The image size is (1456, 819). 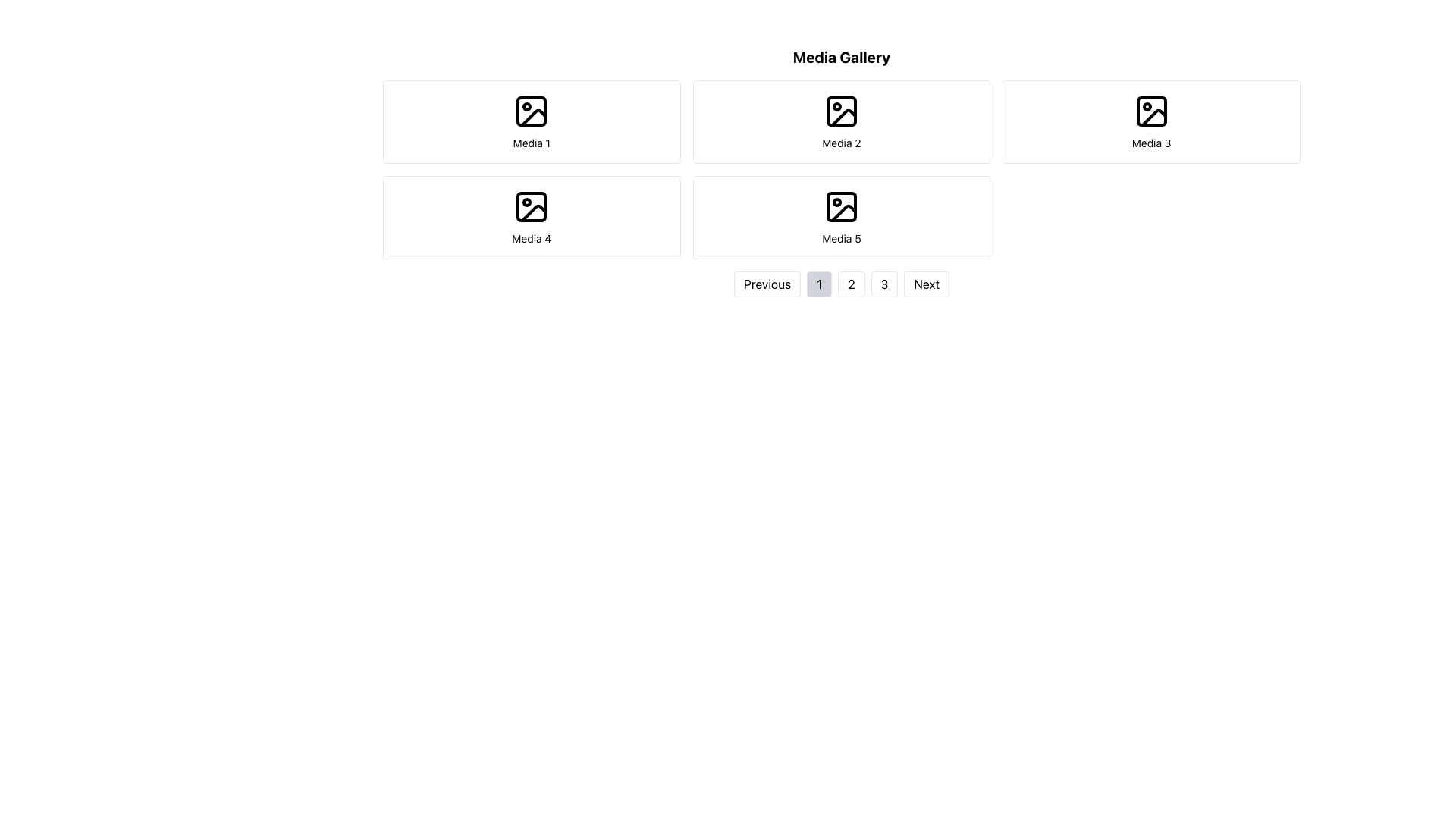 I want to click on the decorative rectangle that serves as a visual boundary for the image content inside the 'Media 3' image icon in the 'Media Gallery', so click(x=1151, y=110).